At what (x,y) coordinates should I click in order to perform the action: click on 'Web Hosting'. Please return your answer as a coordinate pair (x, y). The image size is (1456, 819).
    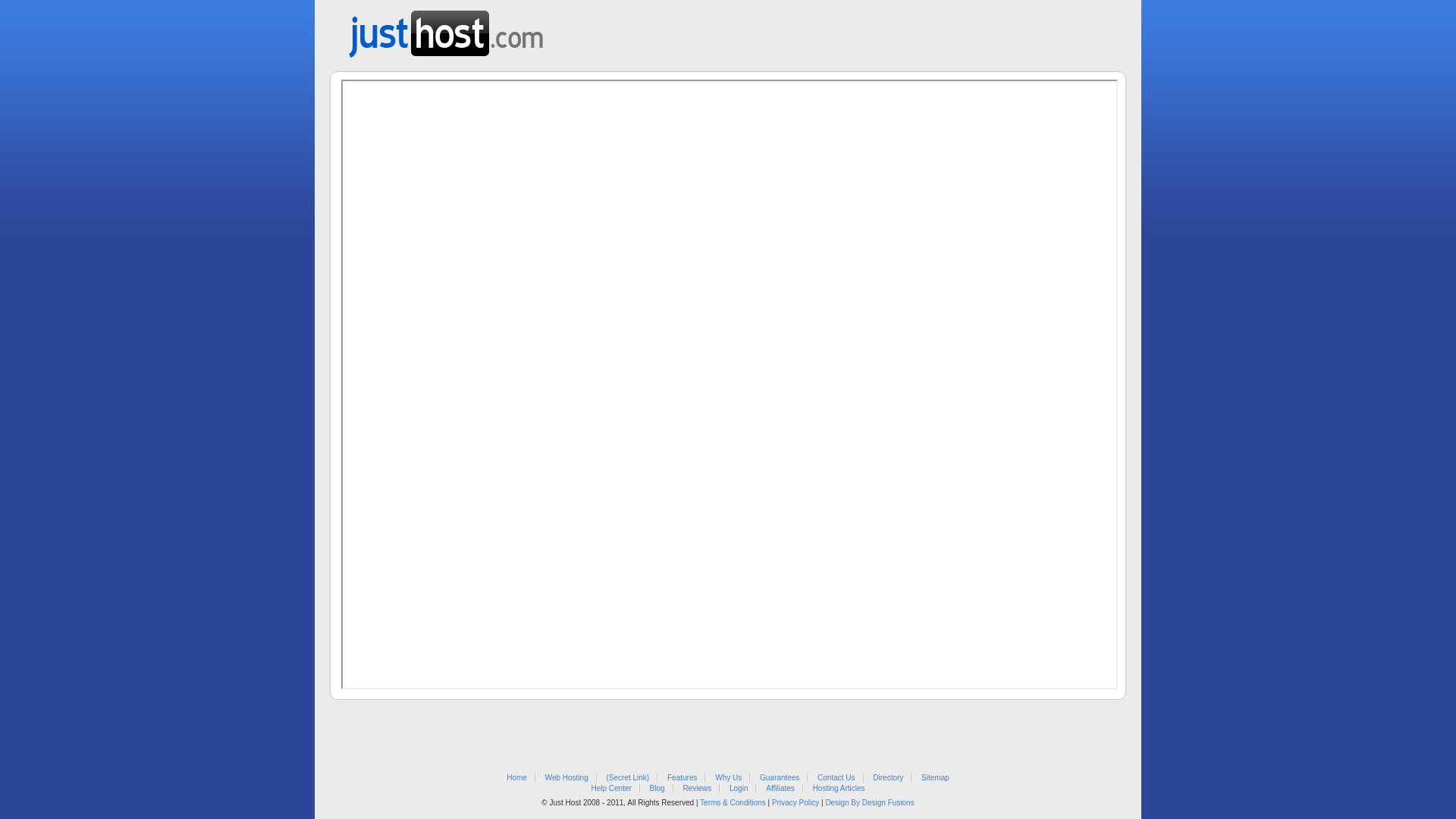
    Looking at the image, I should click on (566, 777).